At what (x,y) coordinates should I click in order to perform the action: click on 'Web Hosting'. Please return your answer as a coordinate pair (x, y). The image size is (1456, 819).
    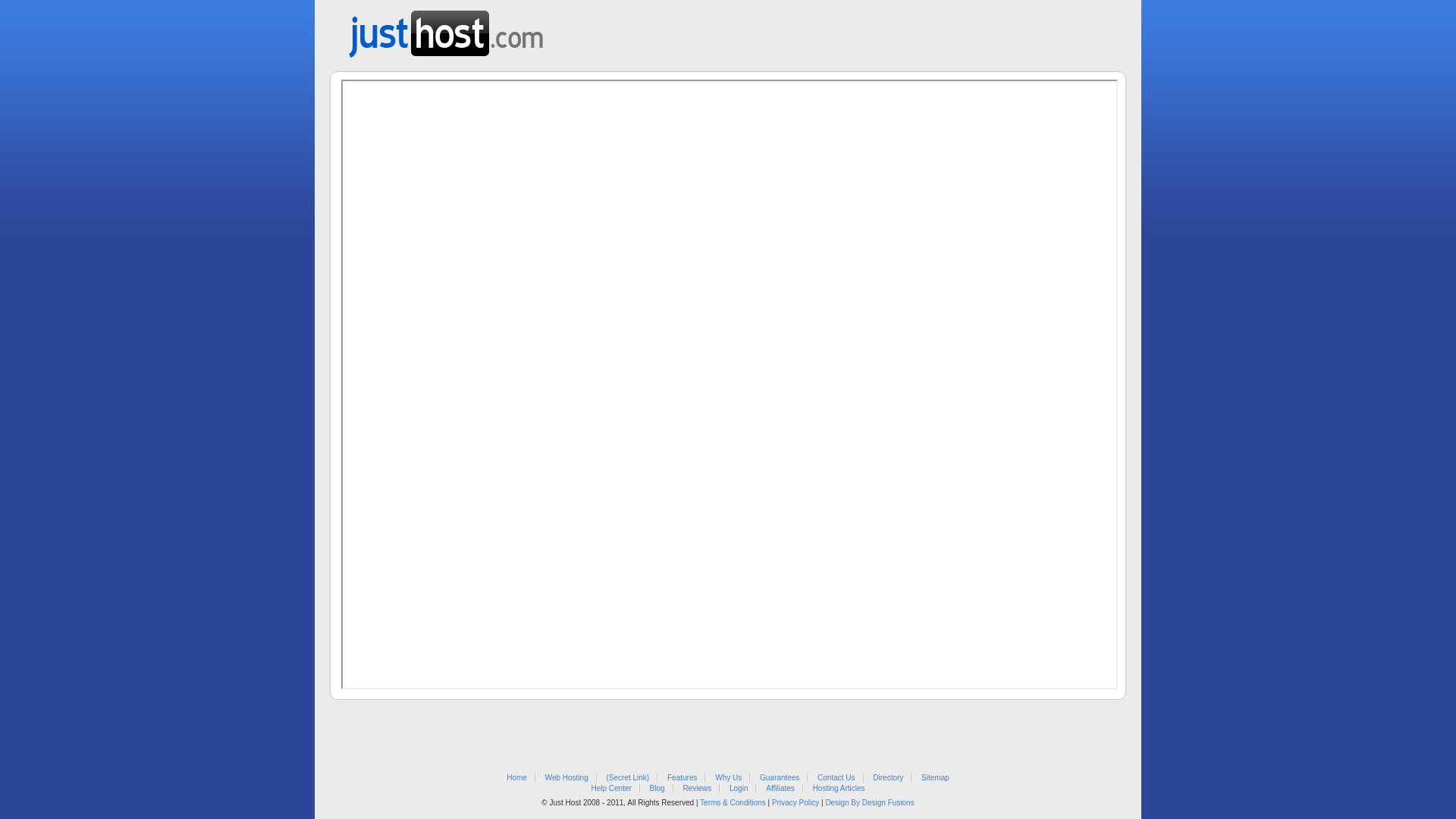
    Looking at the image, I should click on (566, 777).